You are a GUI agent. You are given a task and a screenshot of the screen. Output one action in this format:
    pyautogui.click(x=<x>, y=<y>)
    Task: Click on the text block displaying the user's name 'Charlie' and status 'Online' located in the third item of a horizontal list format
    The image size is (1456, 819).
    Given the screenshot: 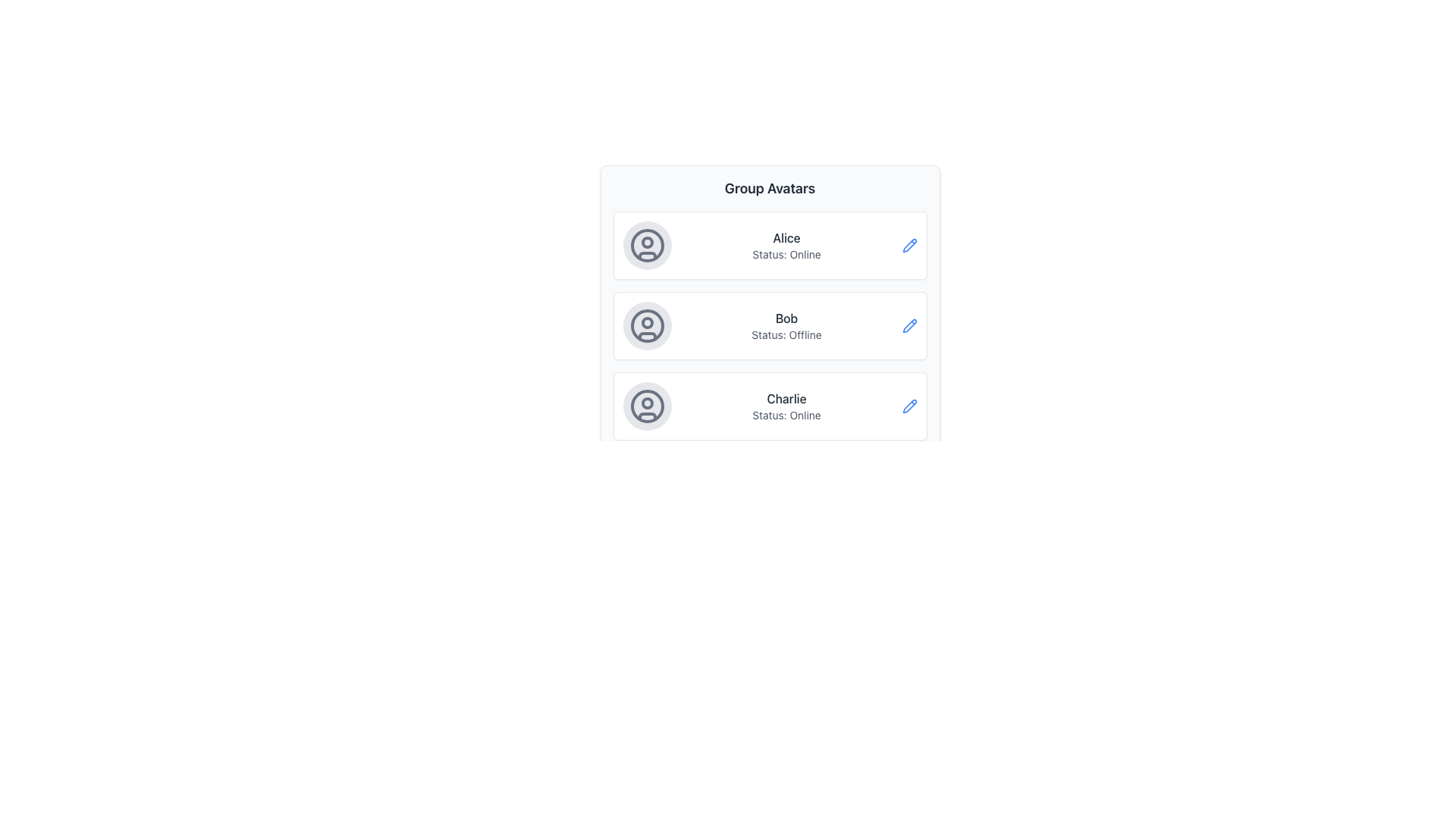 What is the action you would take?
    pyautogui.click(x=786, y=406)
    